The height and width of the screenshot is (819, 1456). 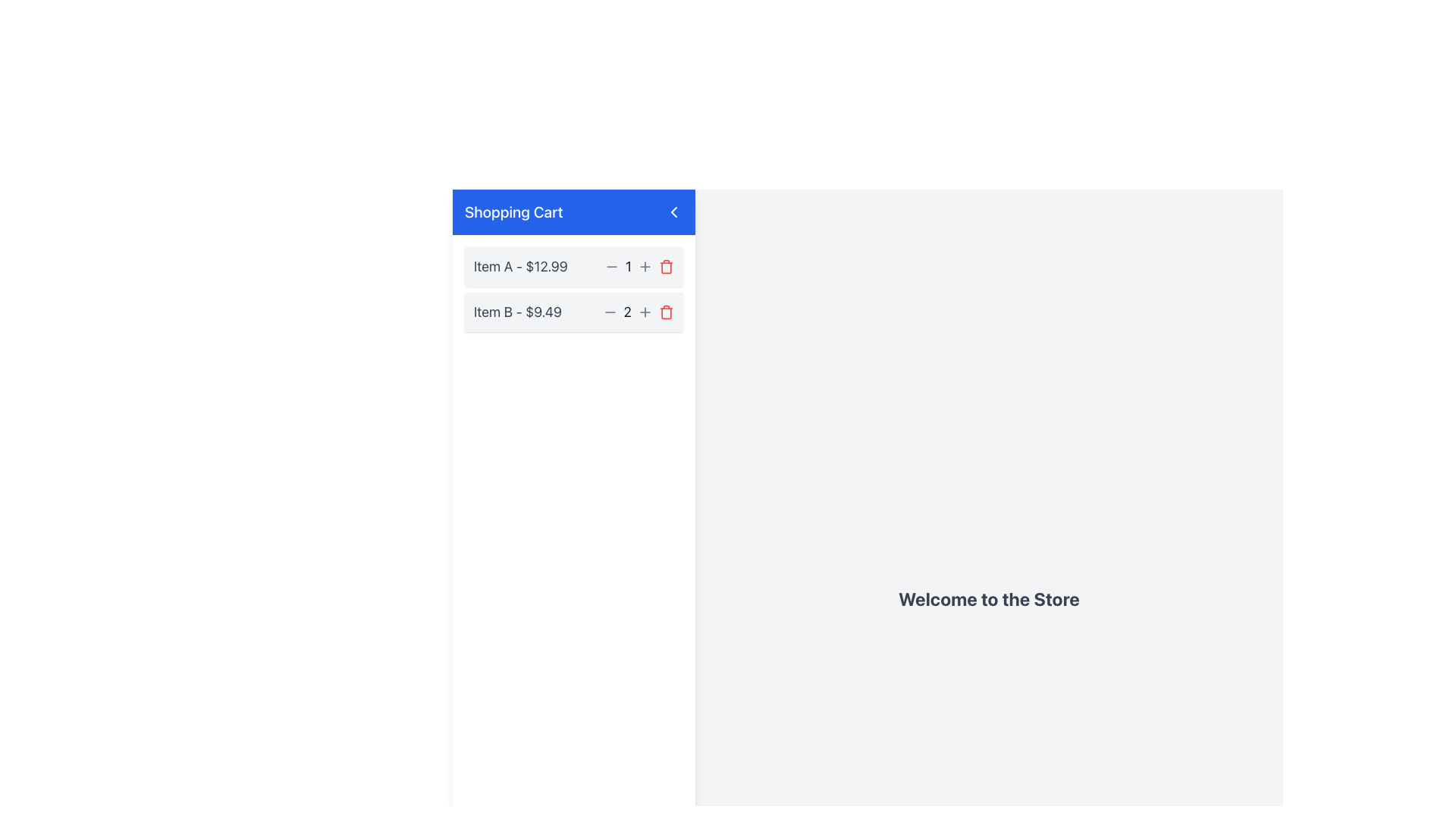 What do you see at coordinates (673, 212) in the screenshot?
I see `the back button located in the top-right corner of the 'Shopping Cart' header section` at bounding box center [673, 212].